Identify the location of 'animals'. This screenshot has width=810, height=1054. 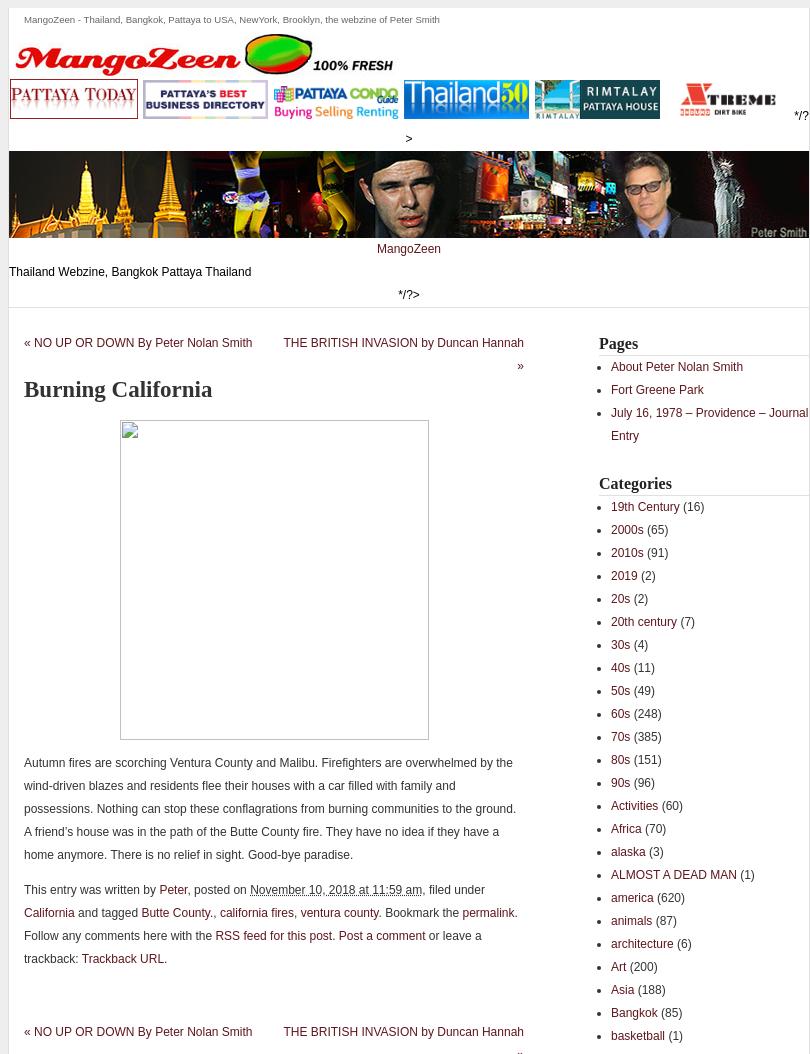
(630, 919).